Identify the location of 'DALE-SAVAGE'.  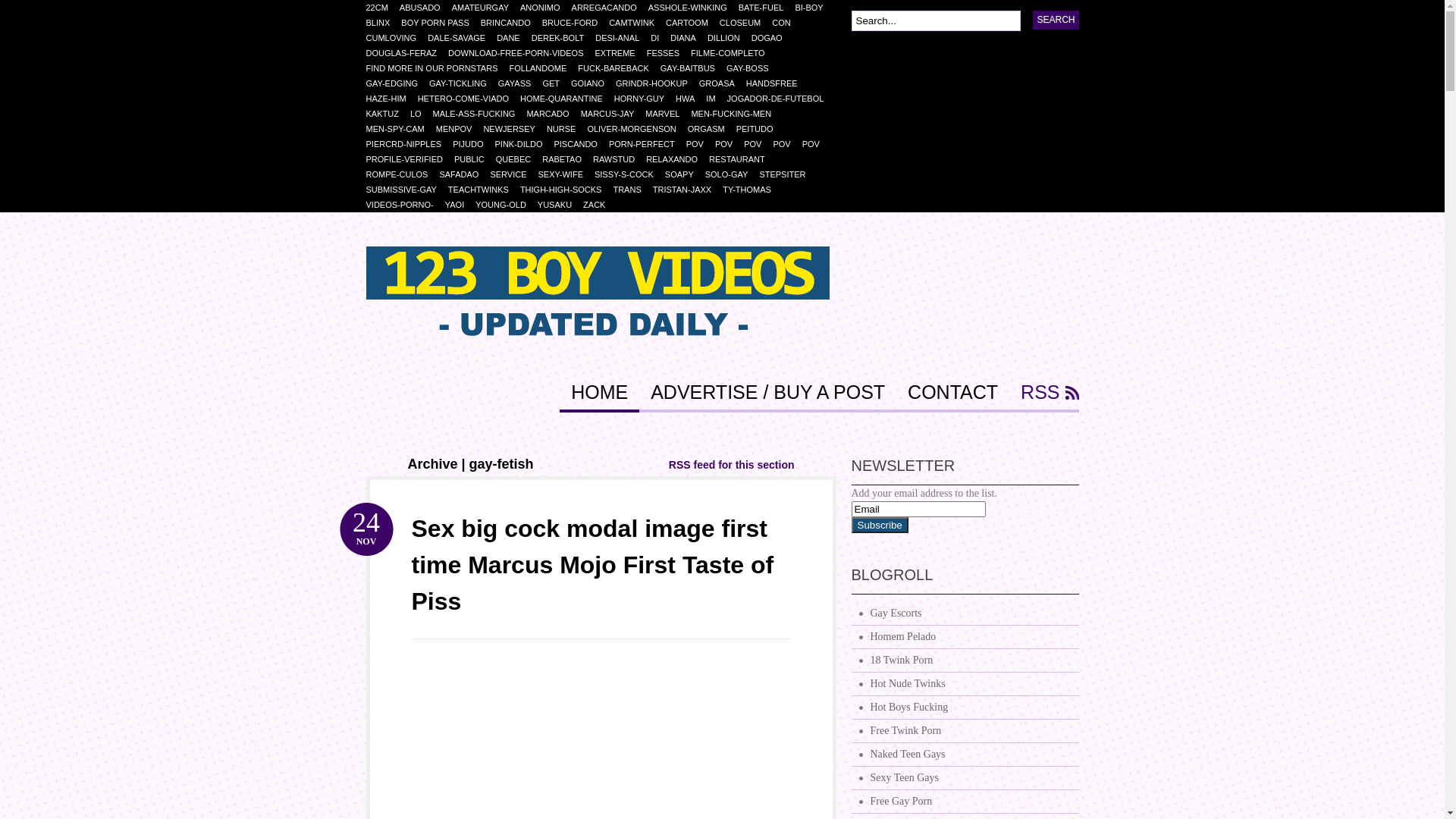
(461, 37).